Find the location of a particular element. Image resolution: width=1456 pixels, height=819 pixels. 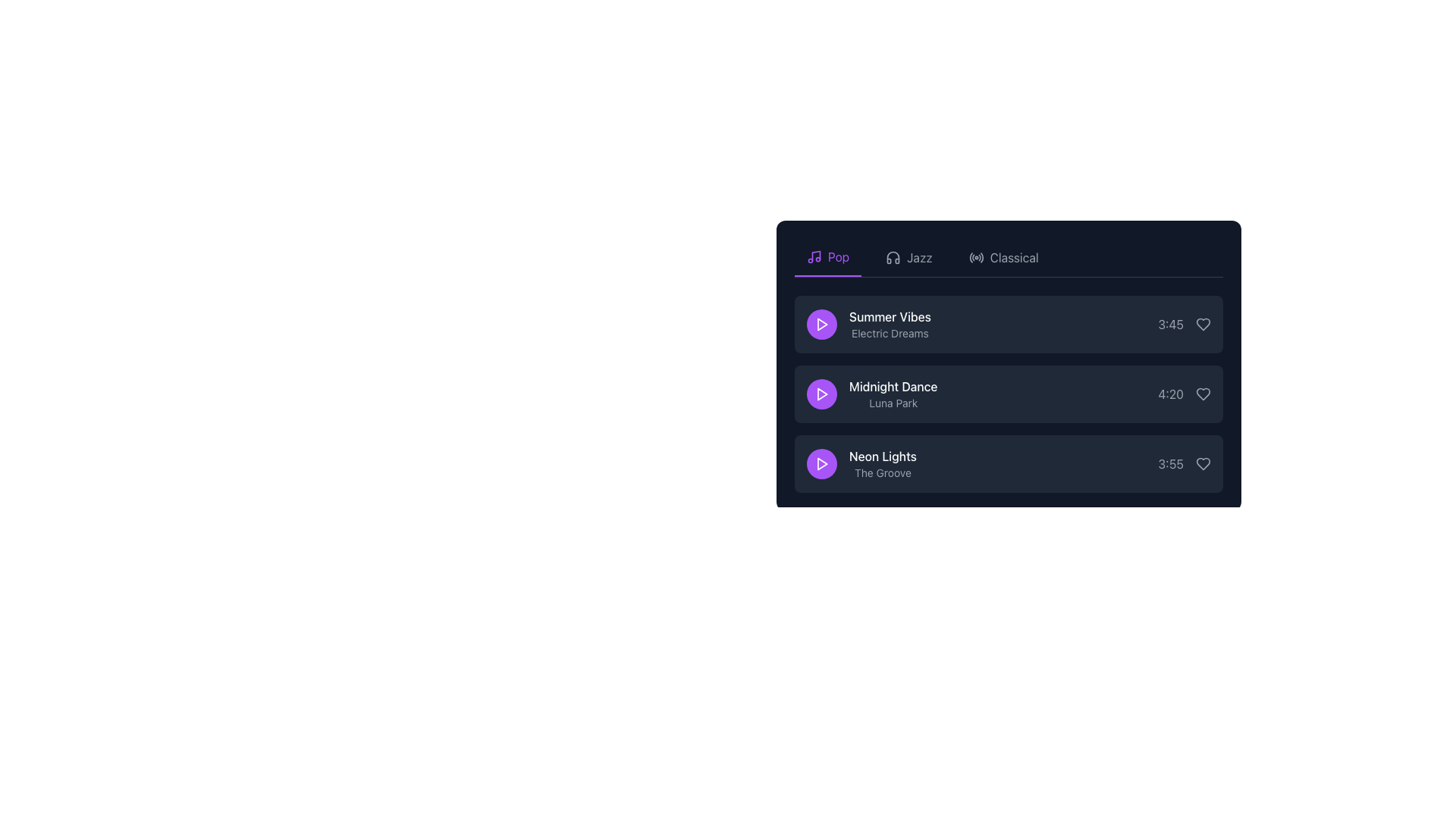

the time indicator text label located in the bottom-right corner of the 'Neon Lights - The Groove' row, adjacent to the heart icon is located at coordinates (1184, 463).